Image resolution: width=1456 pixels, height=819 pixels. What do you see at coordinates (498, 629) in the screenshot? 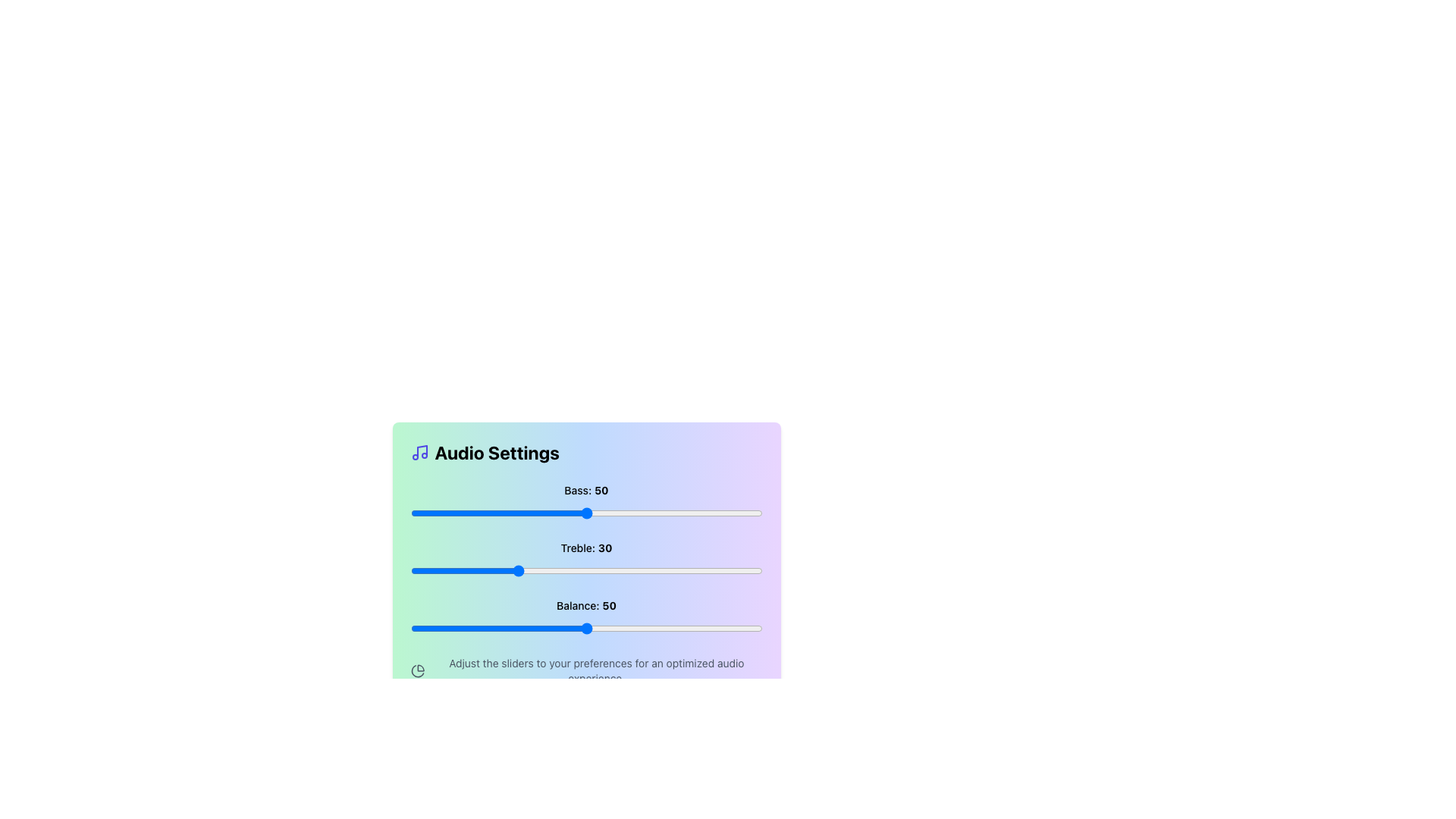
I see `balance` at bounding box center [498, 629].